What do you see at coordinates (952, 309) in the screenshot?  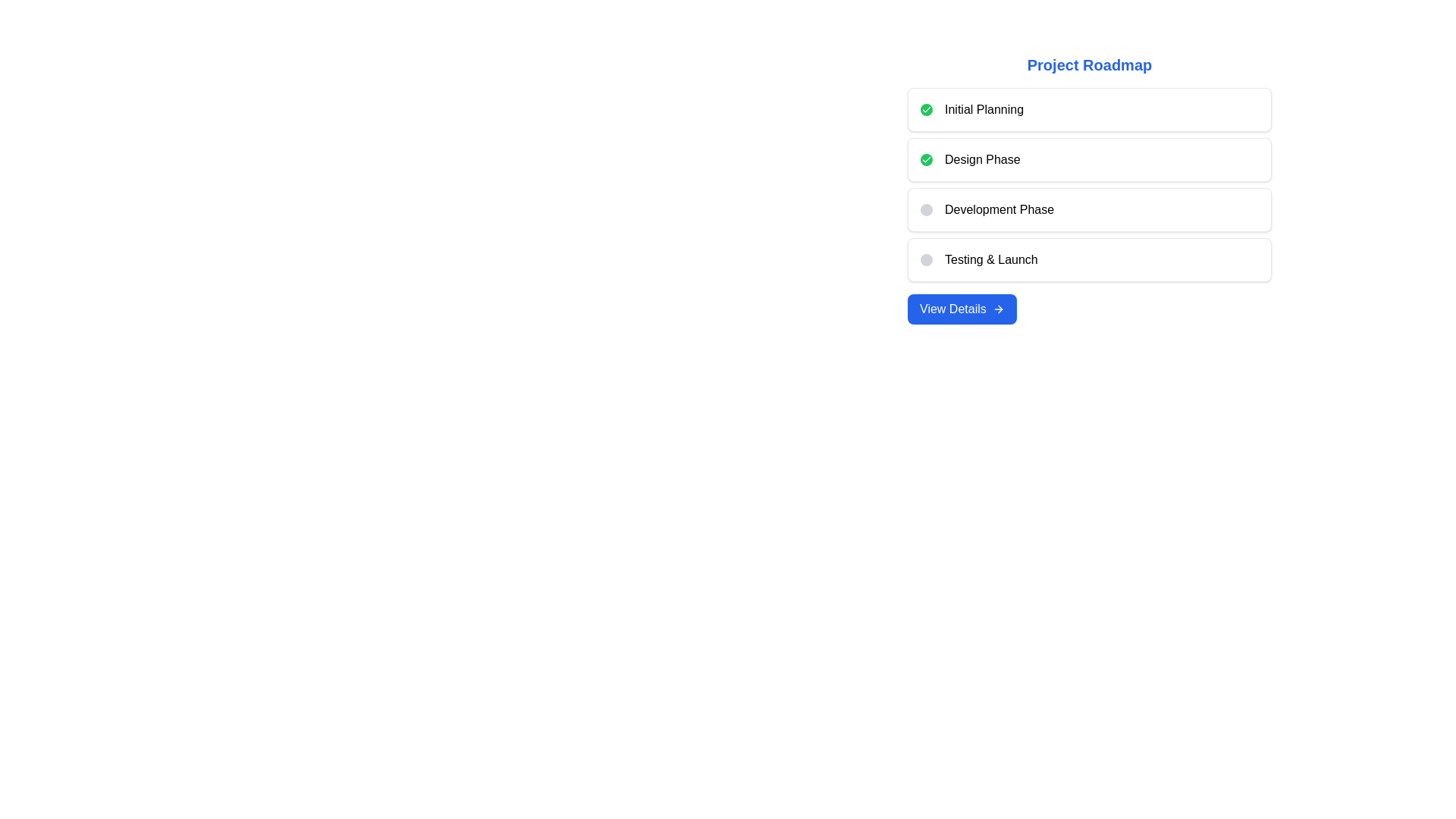 I see `text from the 'View Details' label, which is styled with white text on a blue background and is part of a button-like design located towards the left side of the button, beneath the project roadmap` at bounding box center [952, 309].